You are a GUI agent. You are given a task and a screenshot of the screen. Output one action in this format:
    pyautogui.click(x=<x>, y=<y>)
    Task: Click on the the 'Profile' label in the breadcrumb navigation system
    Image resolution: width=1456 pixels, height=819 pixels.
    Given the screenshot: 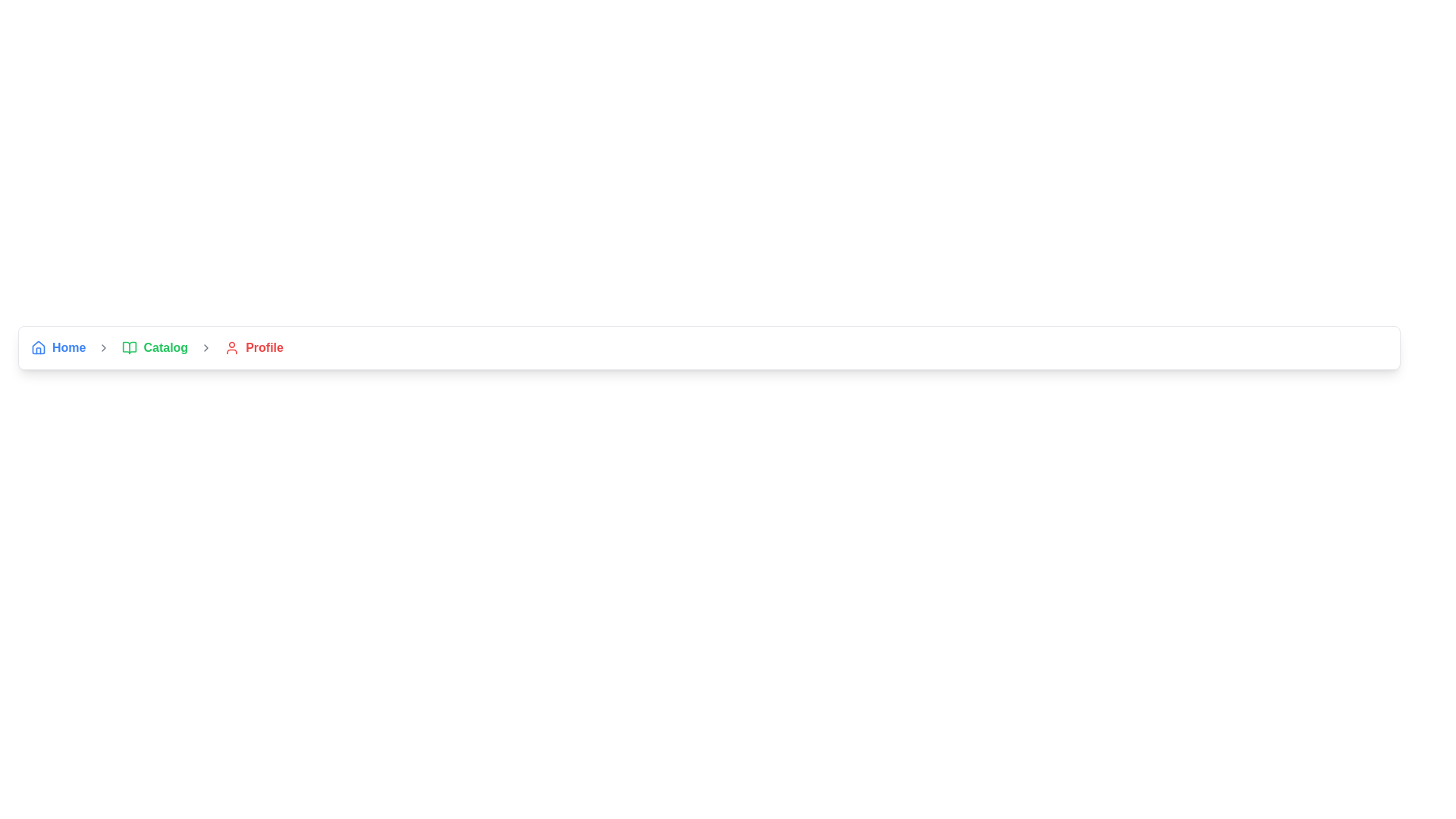 What is the action you would take?
    pyautogui.click(x=265, y=348)
    